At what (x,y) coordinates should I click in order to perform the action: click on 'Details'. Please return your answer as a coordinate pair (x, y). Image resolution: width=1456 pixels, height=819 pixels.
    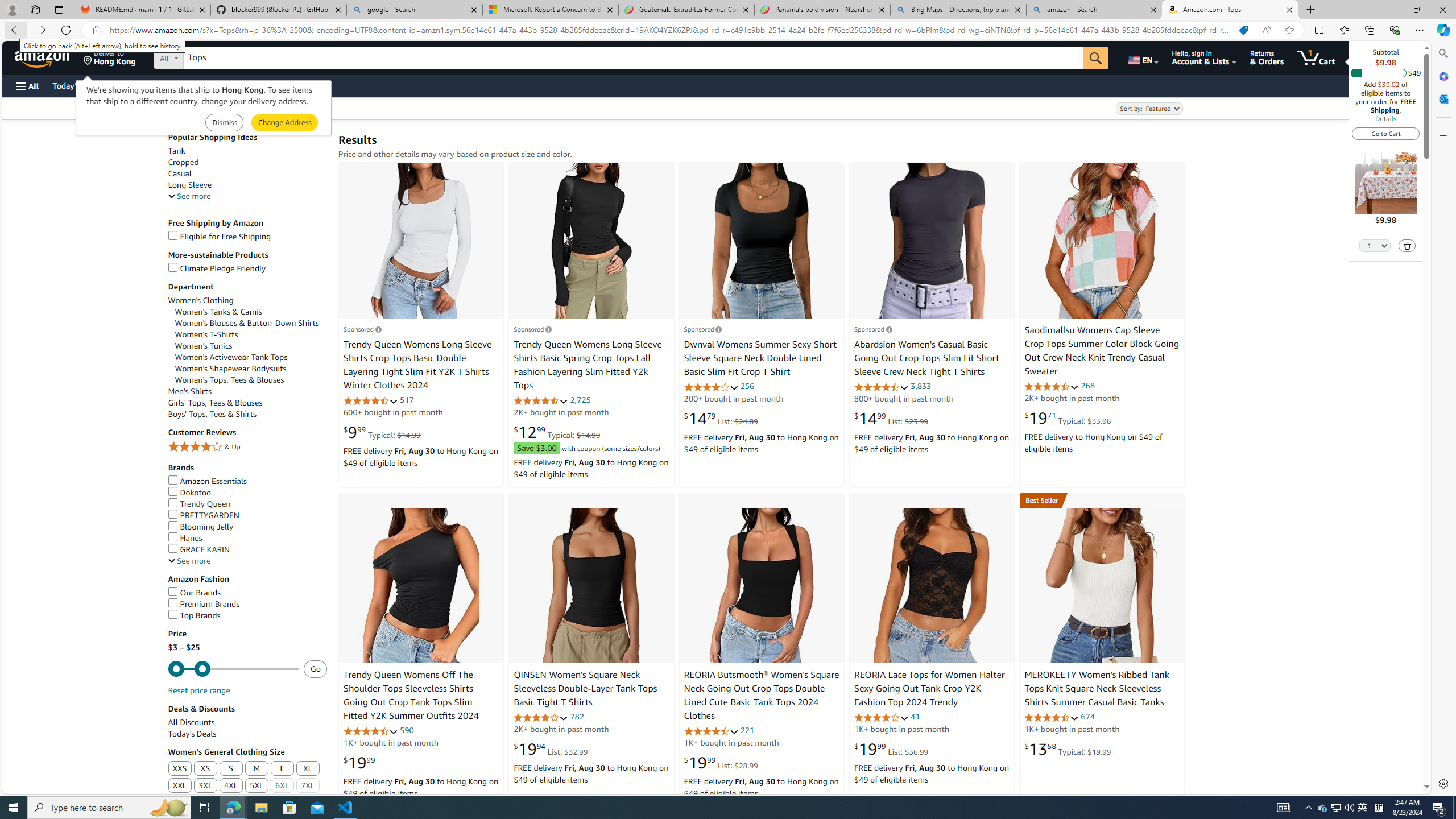
    Looking at the image, I should click on (1384, 118).